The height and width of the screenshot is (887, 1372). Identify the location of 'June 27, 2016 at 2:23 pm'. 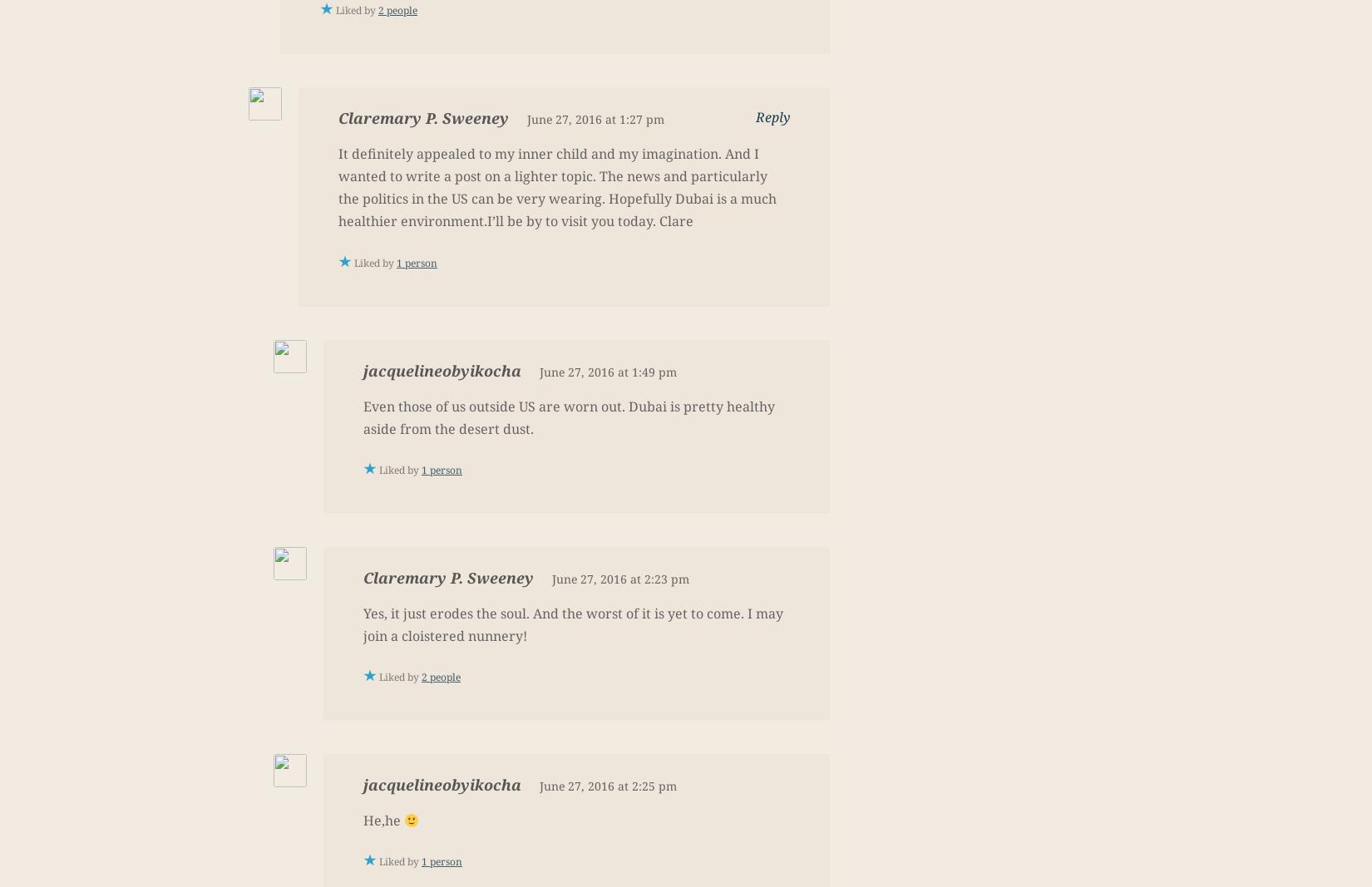
(619, 578).